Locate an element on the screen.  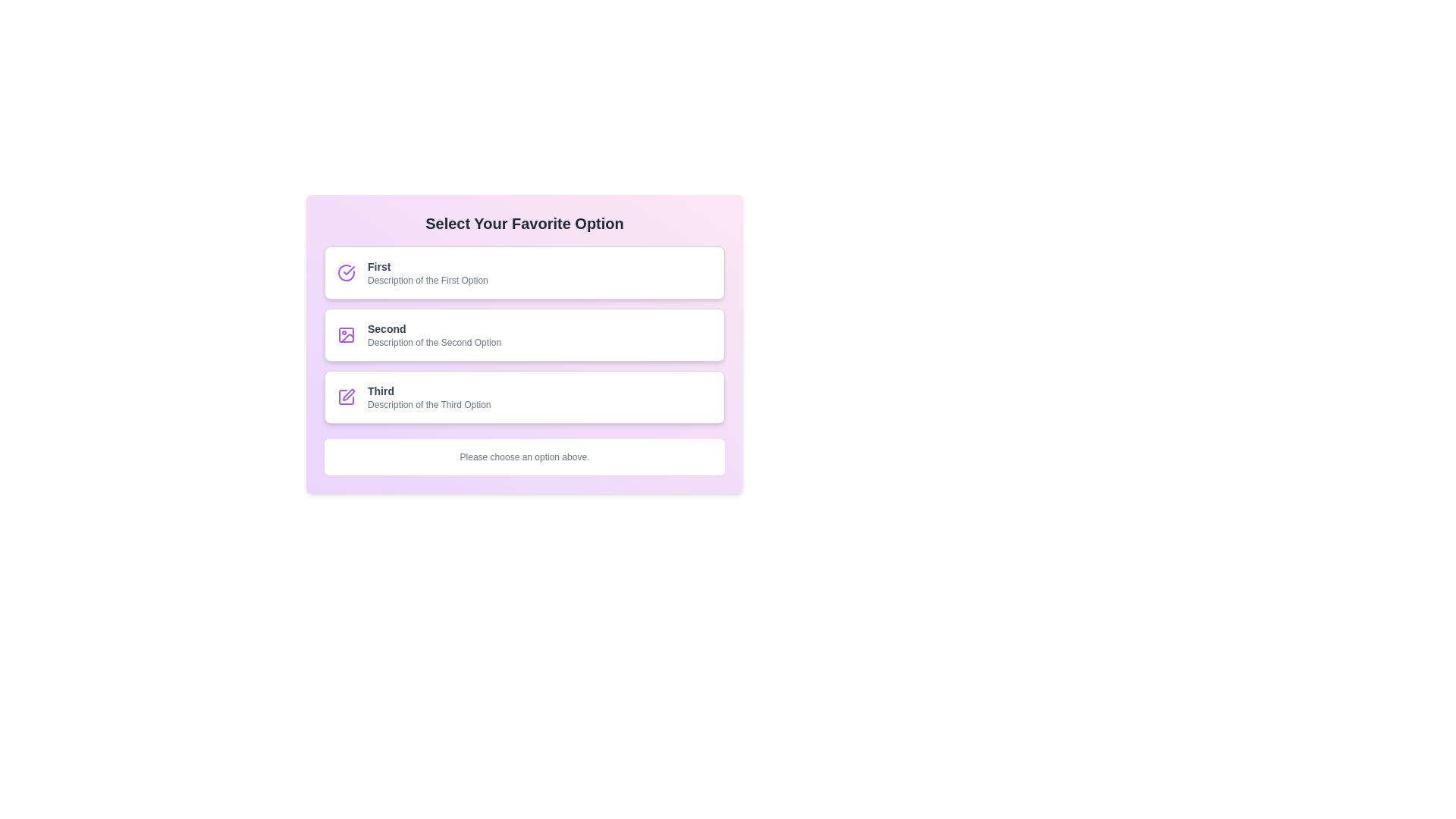
the static text description that provides additional information about the 'First' option, positioned directly below the label 'First' is located at coordinates (427, 281).